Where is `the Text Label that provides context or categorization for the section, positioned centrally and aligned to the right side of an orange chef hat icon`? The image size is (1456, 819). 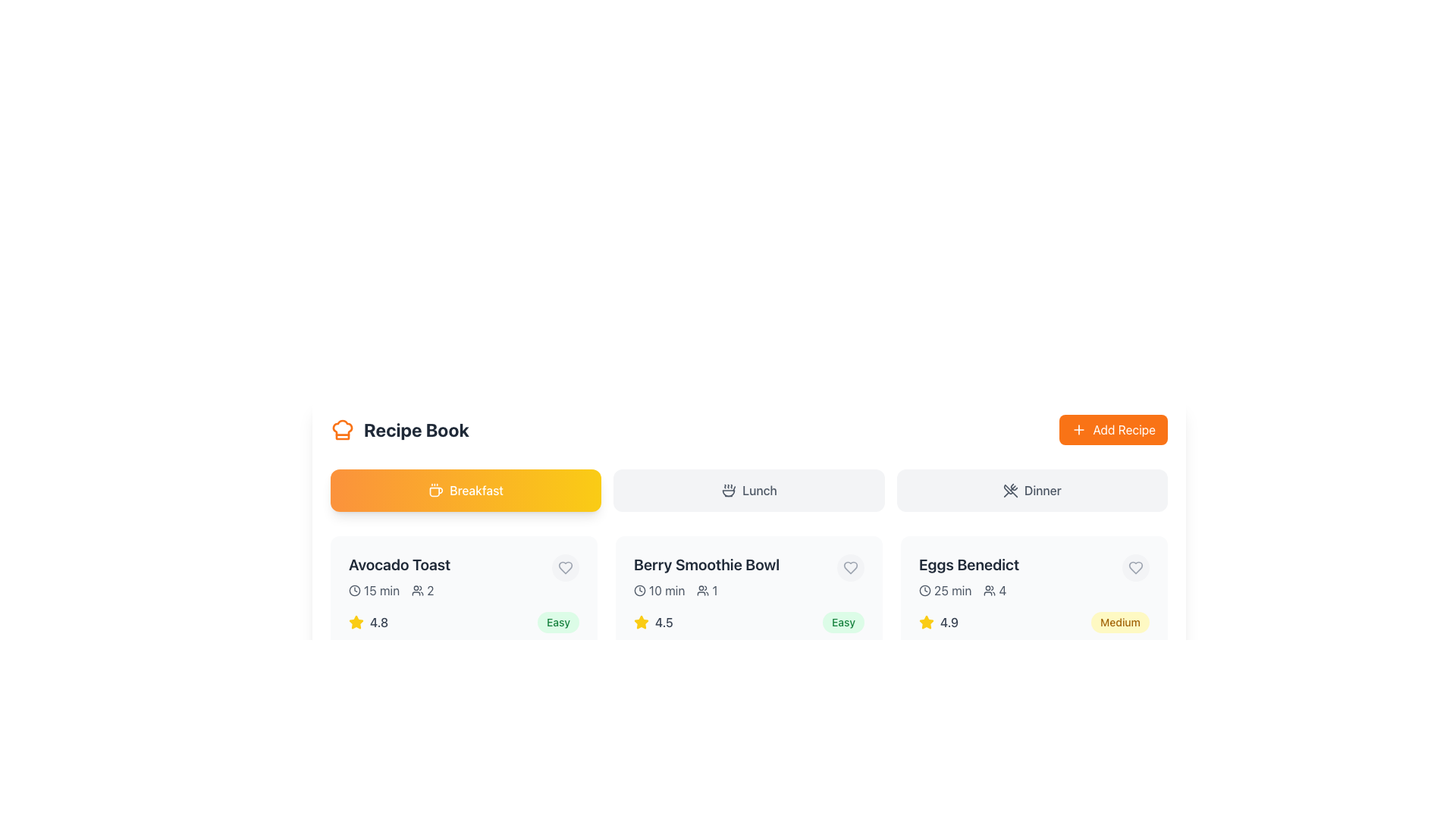 the Text Label that provides context or categorization for the section, positioned centrally and aligned to the right side of an orange chef hat icon is located at coordinates (416, 430).